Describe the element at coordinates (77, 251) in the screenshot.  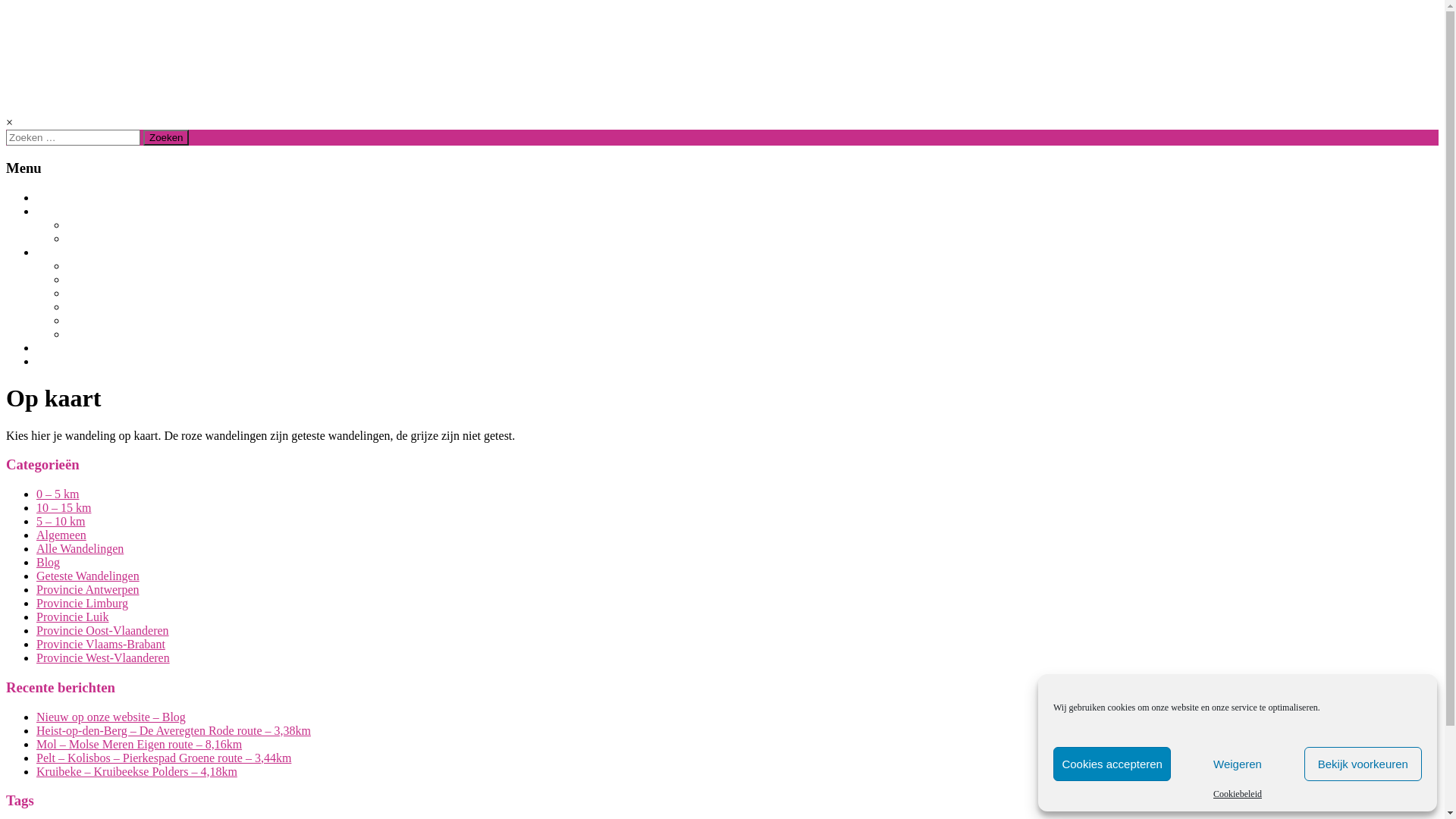
I see `'PER PROVINCIE'` at that location.